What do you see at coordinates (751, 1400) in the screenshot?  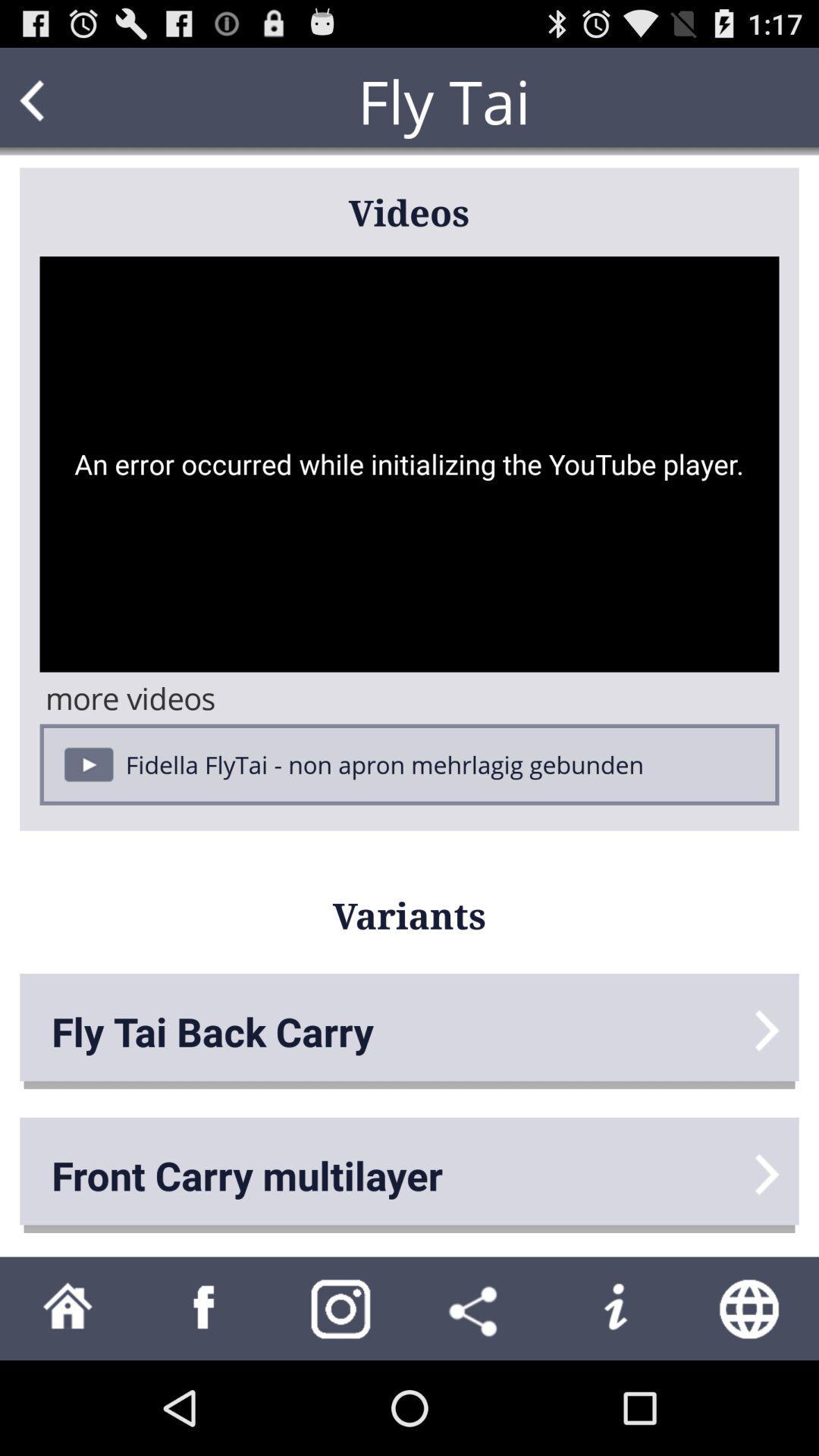 I see `the globe icon` at bounding box center [751, 1400].